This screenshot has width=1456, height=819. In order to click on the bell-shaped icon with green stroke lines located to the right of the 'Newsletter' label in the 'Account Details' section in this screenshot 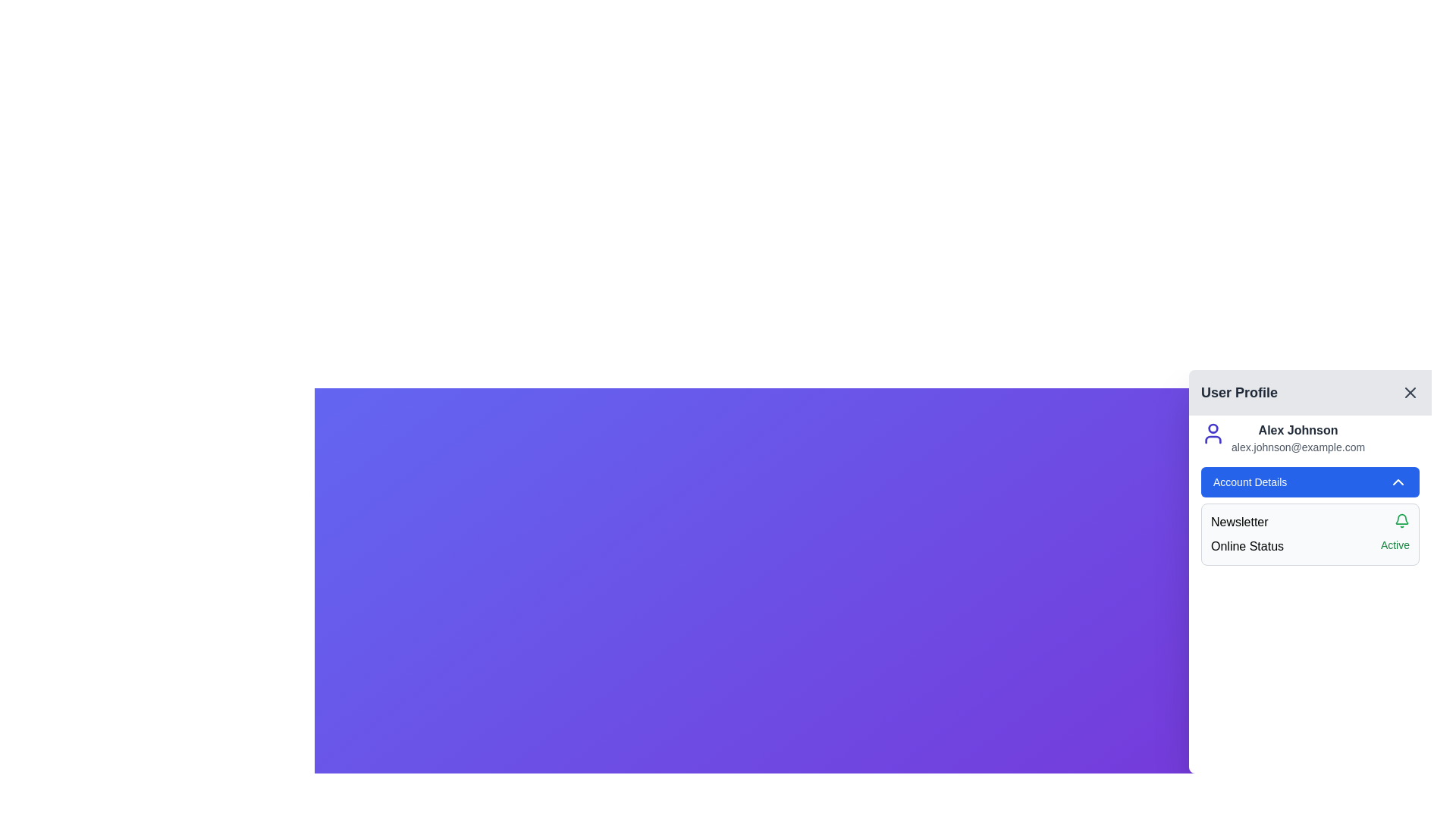, I will do `click(1401, 519)`.